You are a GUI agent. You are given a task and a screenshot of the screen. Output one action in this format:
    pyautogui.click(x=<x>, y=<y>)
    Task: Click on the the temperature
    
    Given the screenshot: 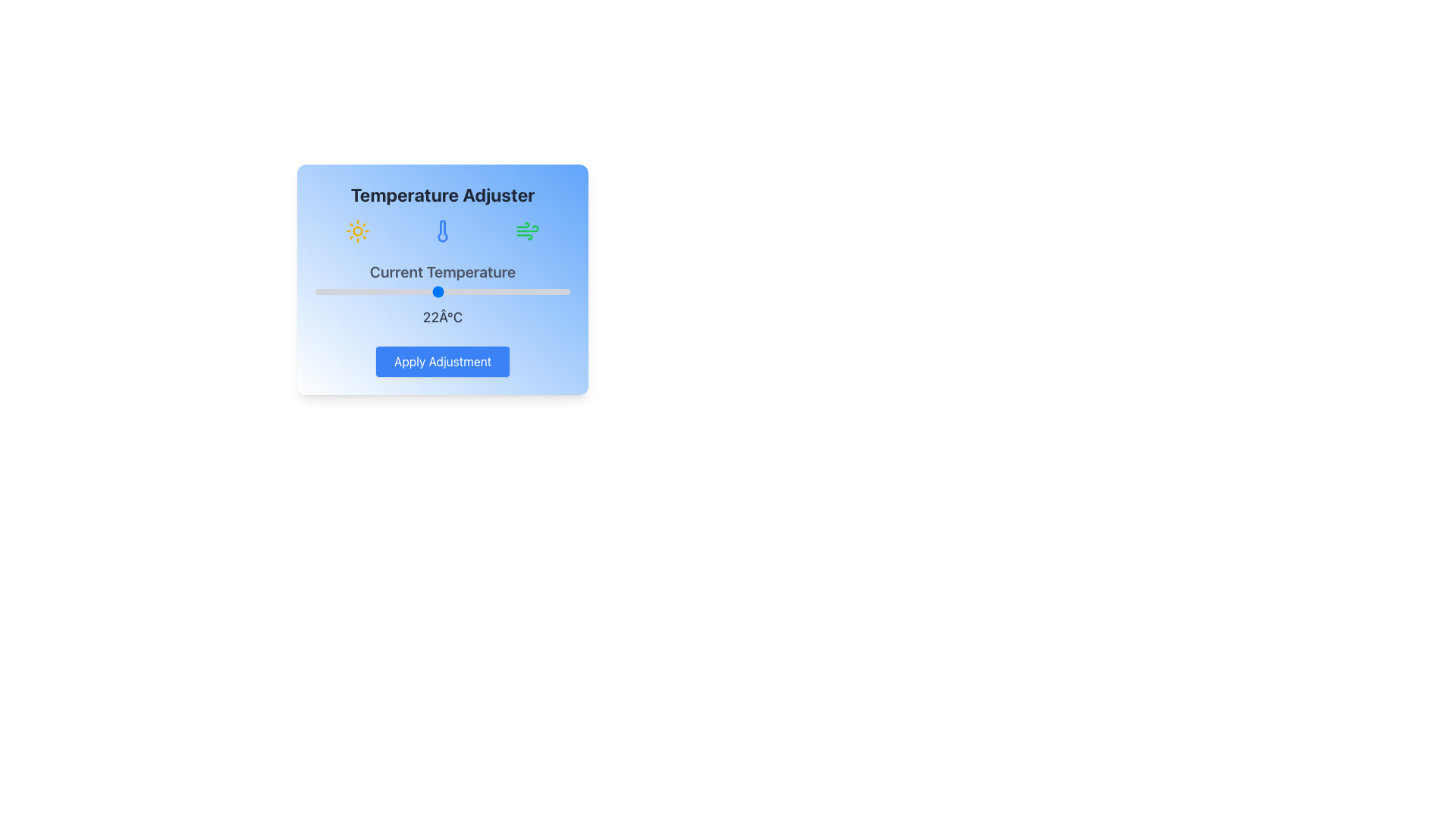 What is the action you would take?
    pyautogui.click(x=549, y=292)
    